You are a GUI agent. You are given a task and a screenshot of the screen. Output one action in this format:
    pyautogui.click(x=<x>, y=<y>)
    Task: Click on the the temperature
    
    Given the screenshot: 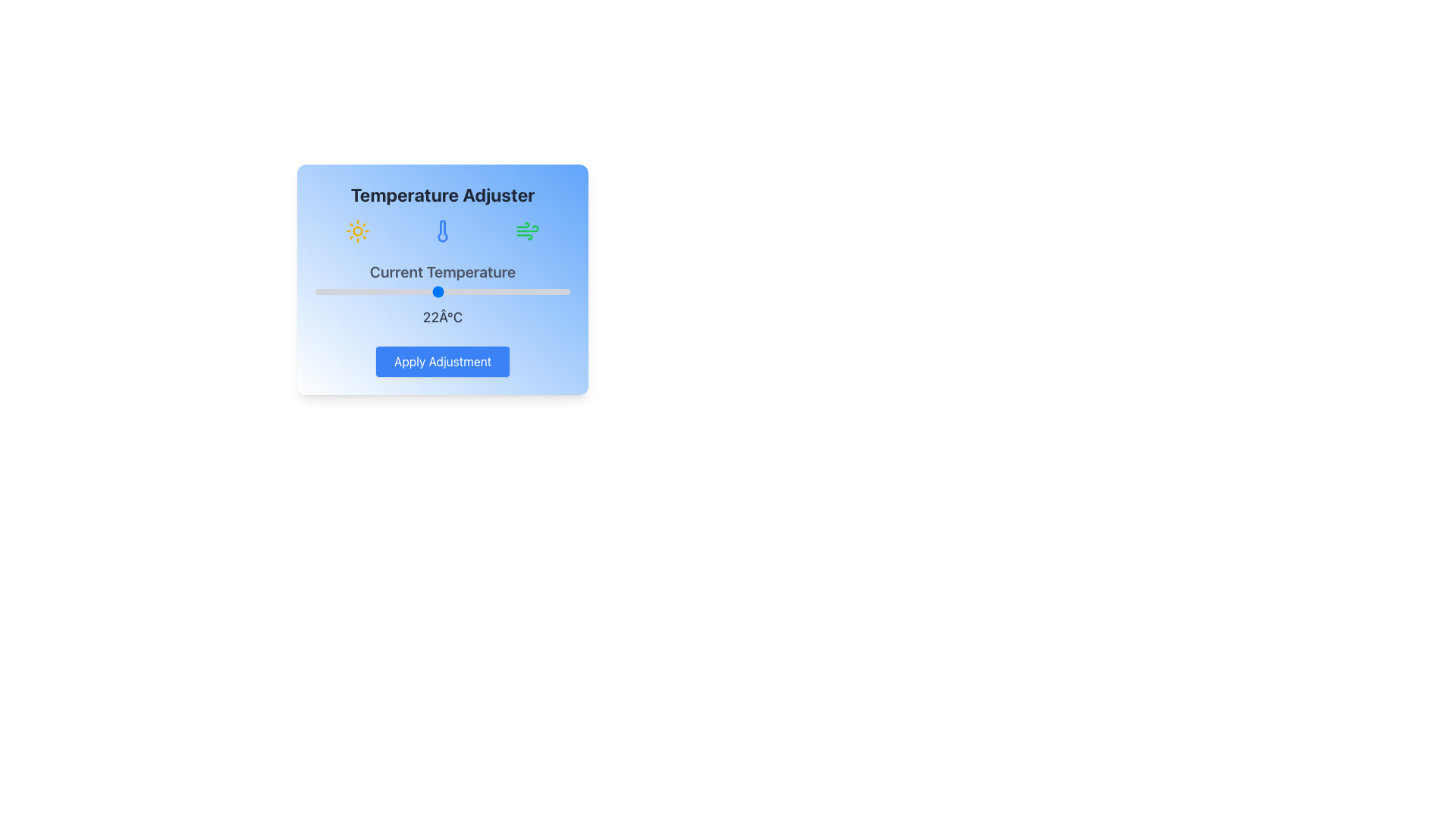 What is the action you would take?
    pyautogui.click(x=549, y=292)
    